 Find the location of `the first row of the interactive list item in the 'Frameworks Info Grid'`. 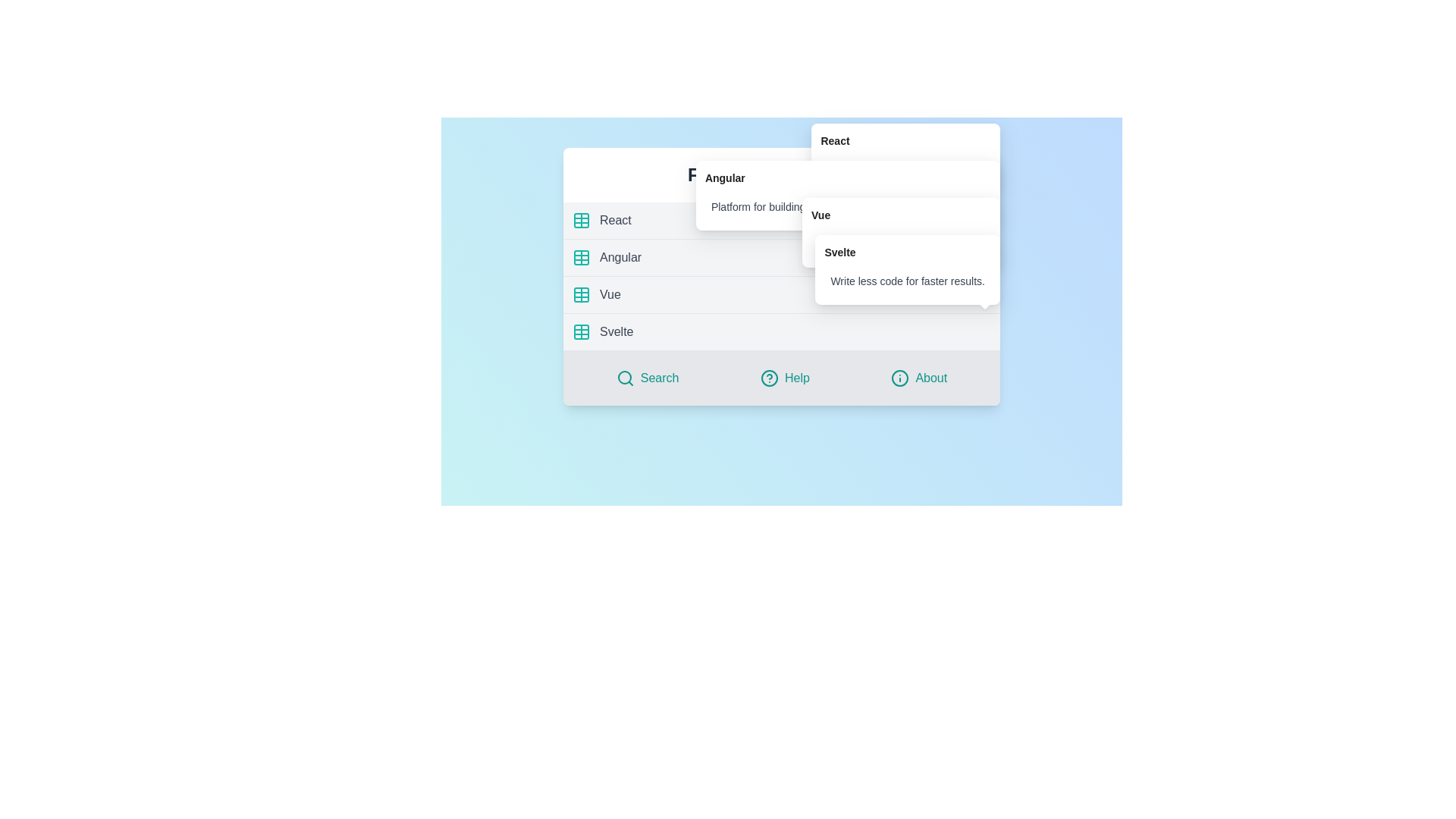

the first row of the interactive list item in the 'Frameworks Info Grid' is located at coordinates (782, 220).